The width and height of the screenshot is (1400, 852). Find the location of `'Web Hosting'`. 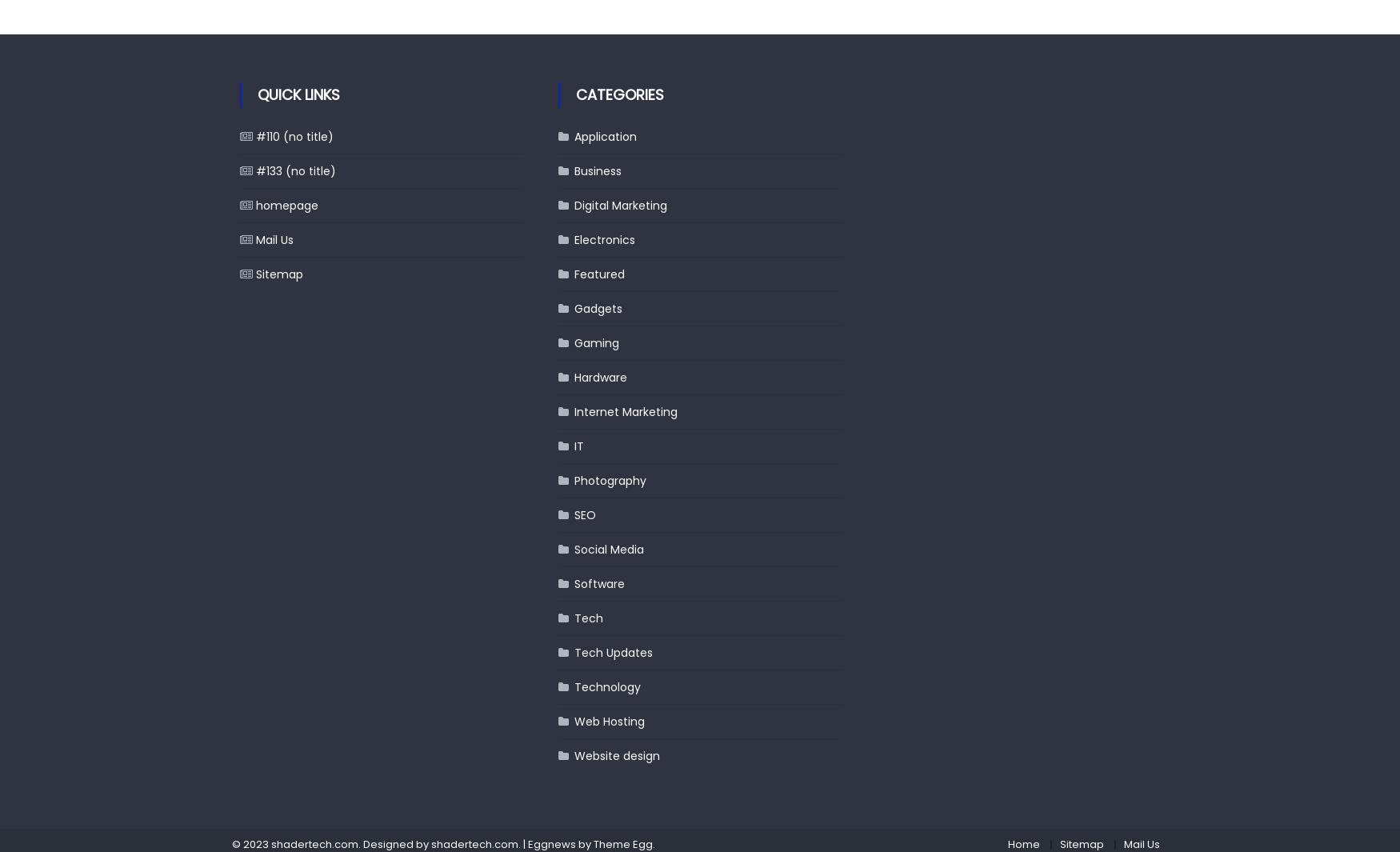

'Web Hosting' is located at coordinates (608, 721).